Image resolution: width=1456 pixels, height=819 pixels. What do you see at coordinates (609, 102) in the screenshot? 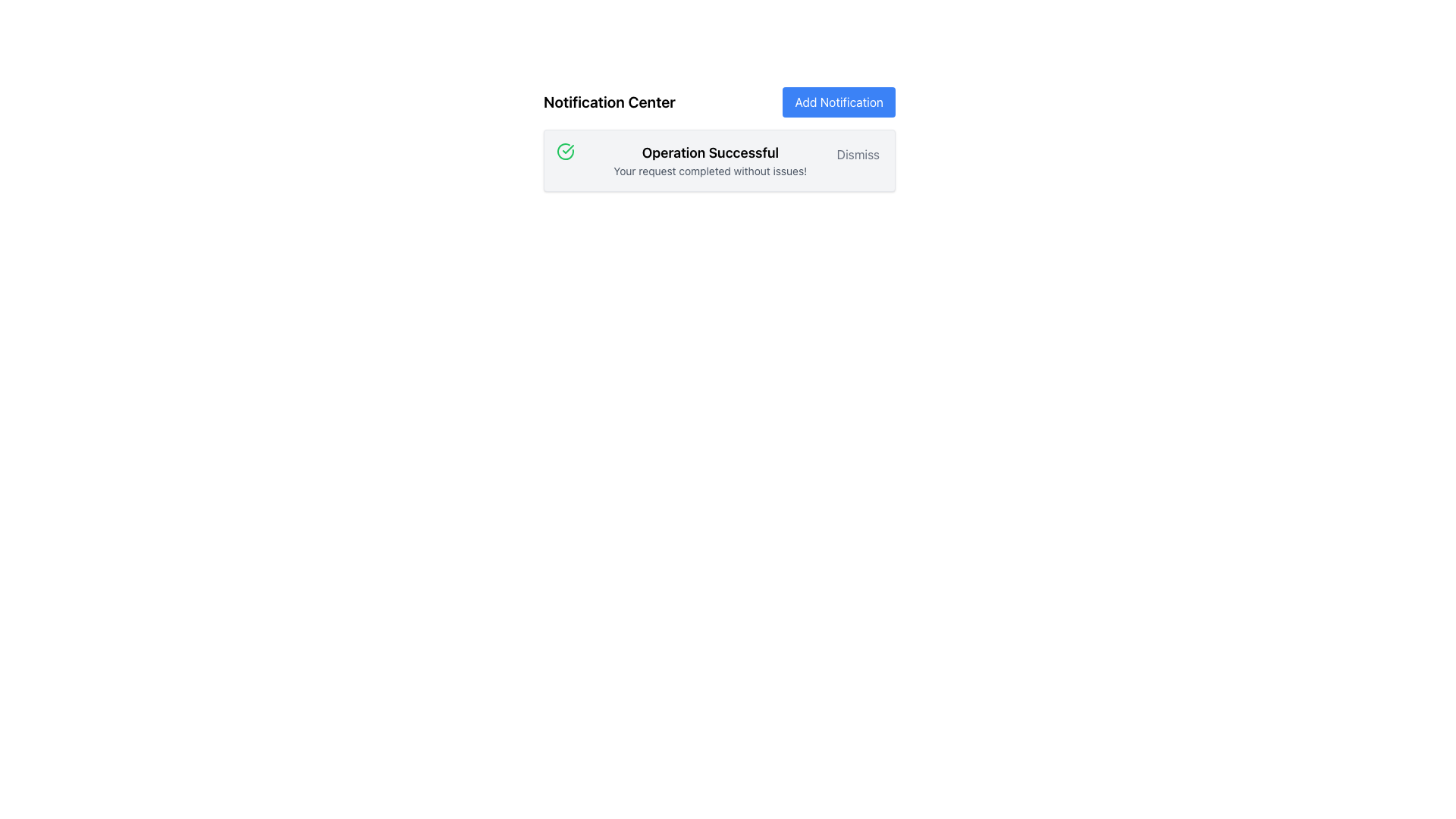
I see `the static text label that serves as a header for the notification section, located on the left side of the layout, above the notification message area` at bounding box center [609, 102].